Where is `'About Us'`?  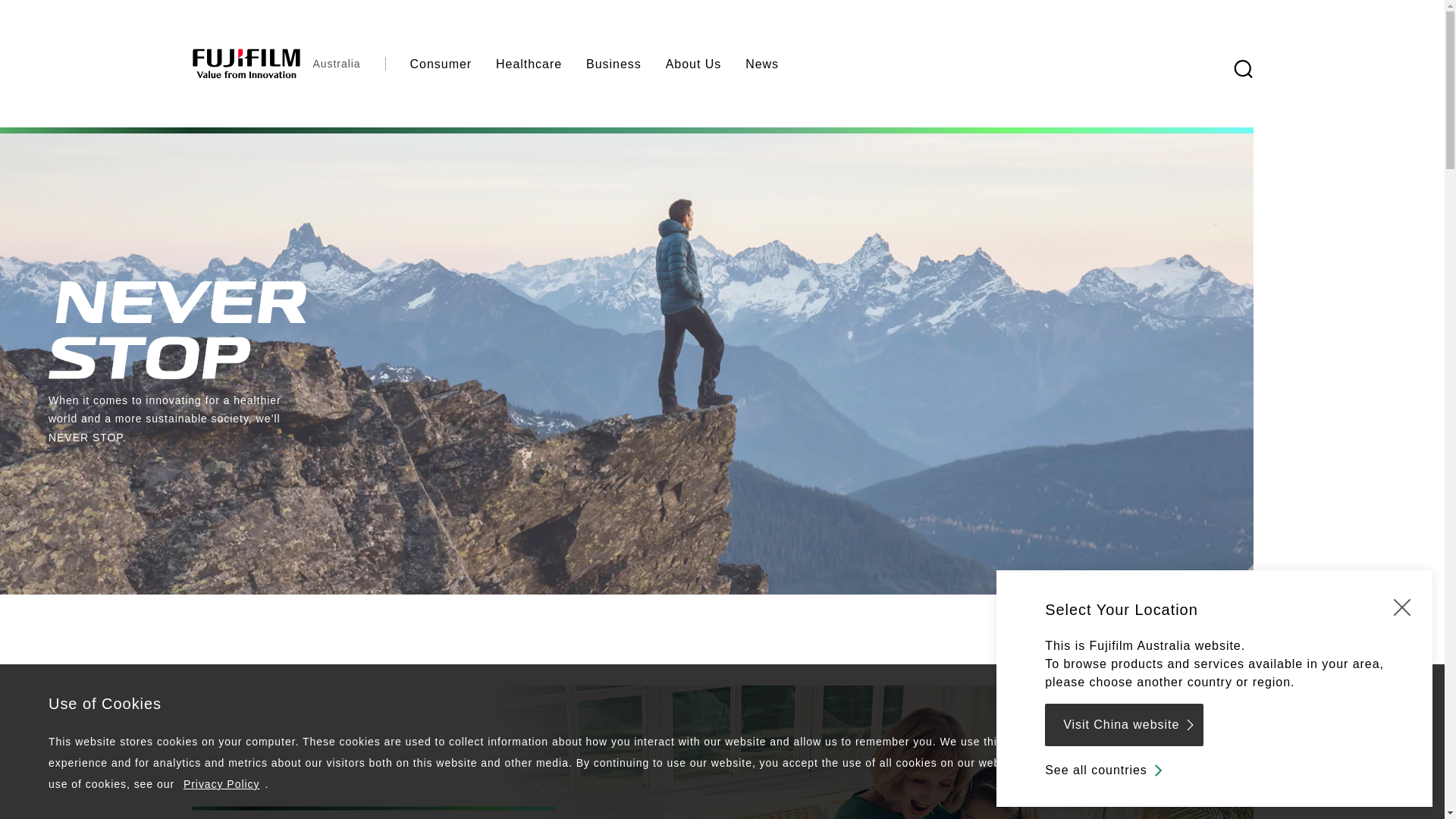 'About Us' is located at coordinates (693, 63).